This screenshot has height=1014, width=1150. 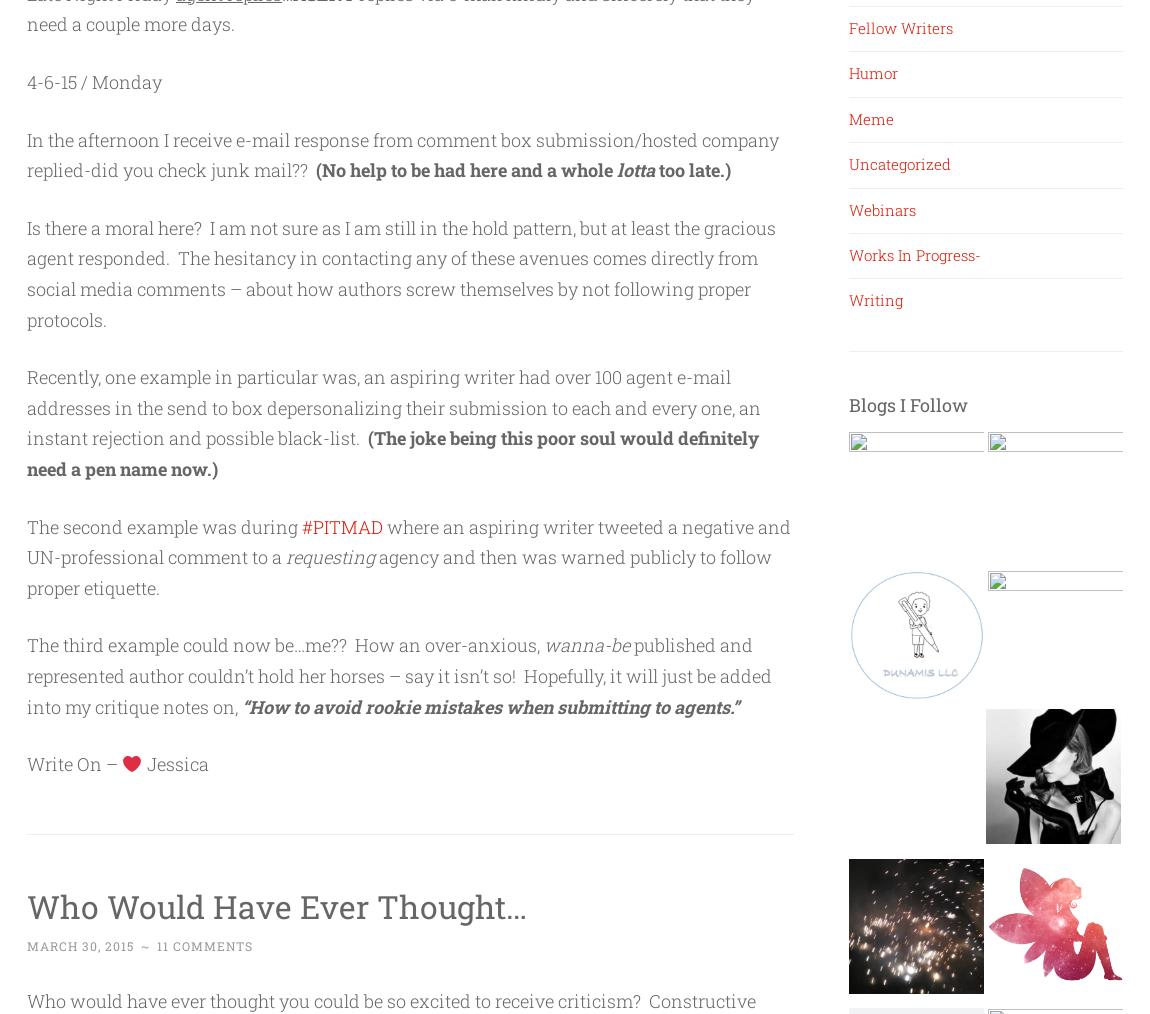 I want to click on '11 Comments', so click(x=204, y=945).